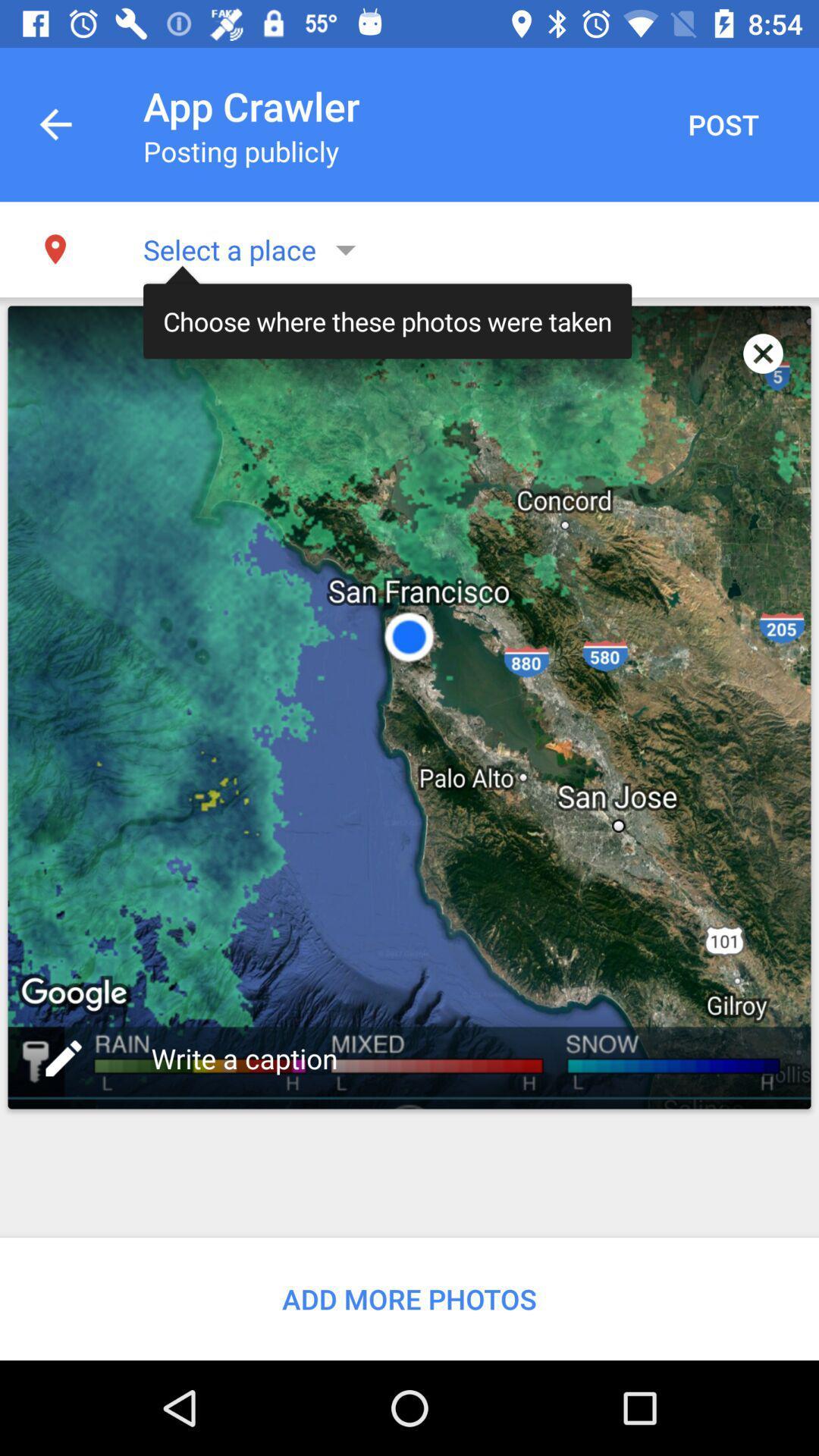 The image size is (819, 1456). What do you see at coordinates (763, 353) in the screenshot?
I see `app to the right of the choose where these item` at bounding box center [763, 353].